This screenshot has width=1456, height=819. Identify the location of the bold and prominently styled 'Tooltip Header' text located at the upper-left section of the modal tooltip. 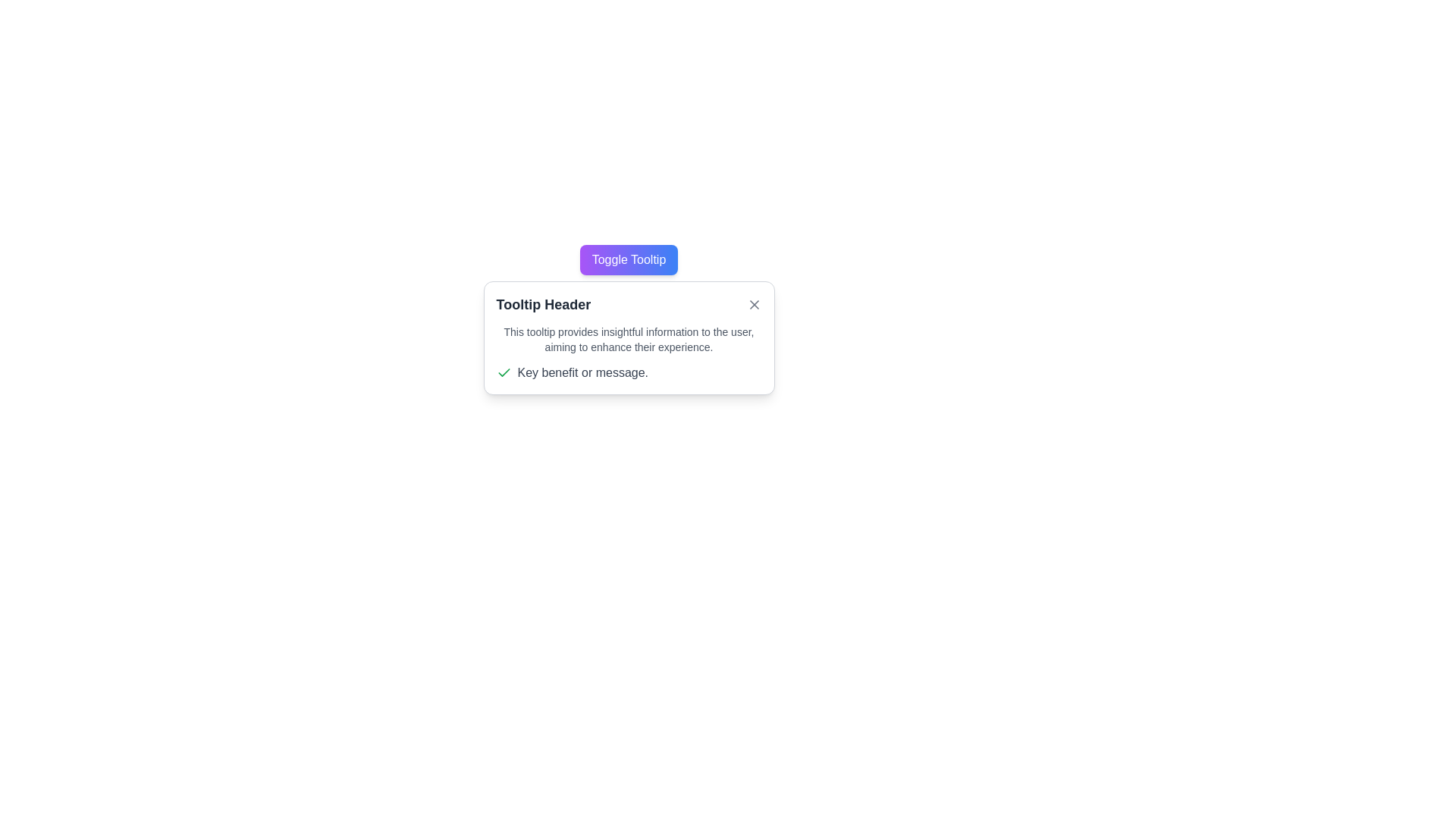
(543, 304).